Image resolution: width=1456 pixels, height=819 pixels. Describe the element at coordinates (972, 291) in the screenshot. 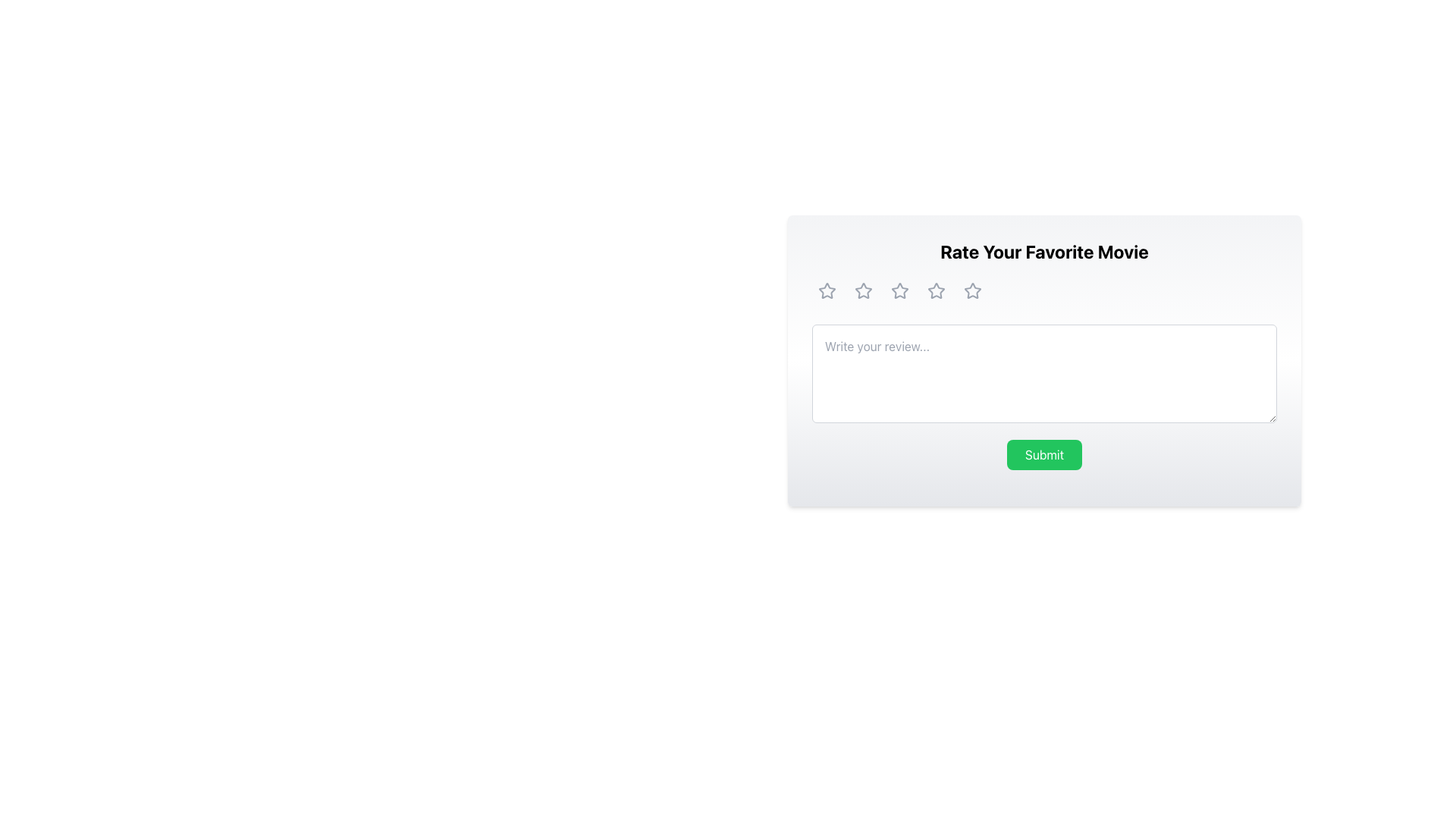

I see `the fourth star icon in the rating component` at that location.